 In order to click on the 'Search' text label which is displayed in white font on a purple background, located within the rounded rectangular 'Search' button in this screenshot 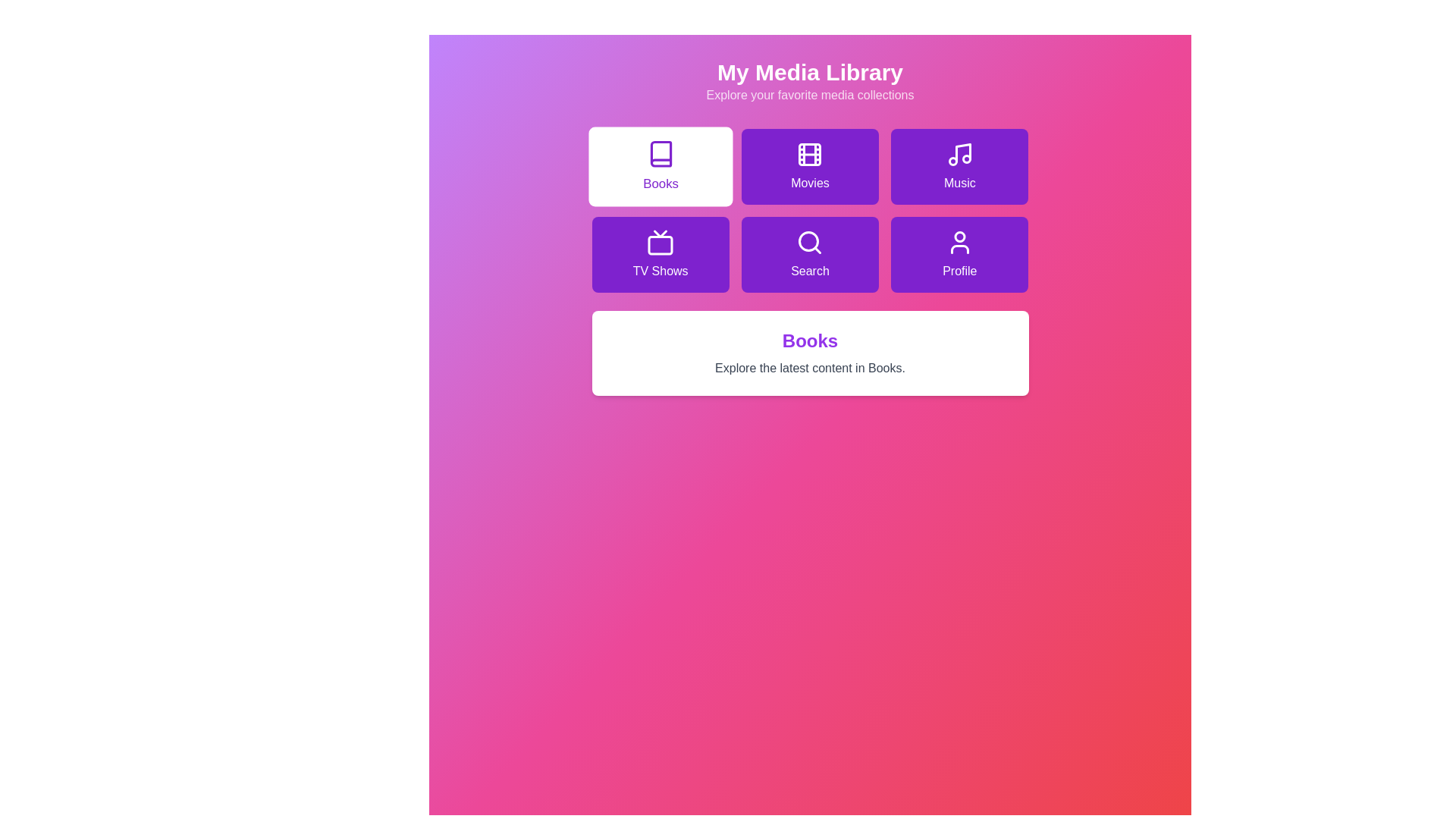, I will do `click(809, 271)`.